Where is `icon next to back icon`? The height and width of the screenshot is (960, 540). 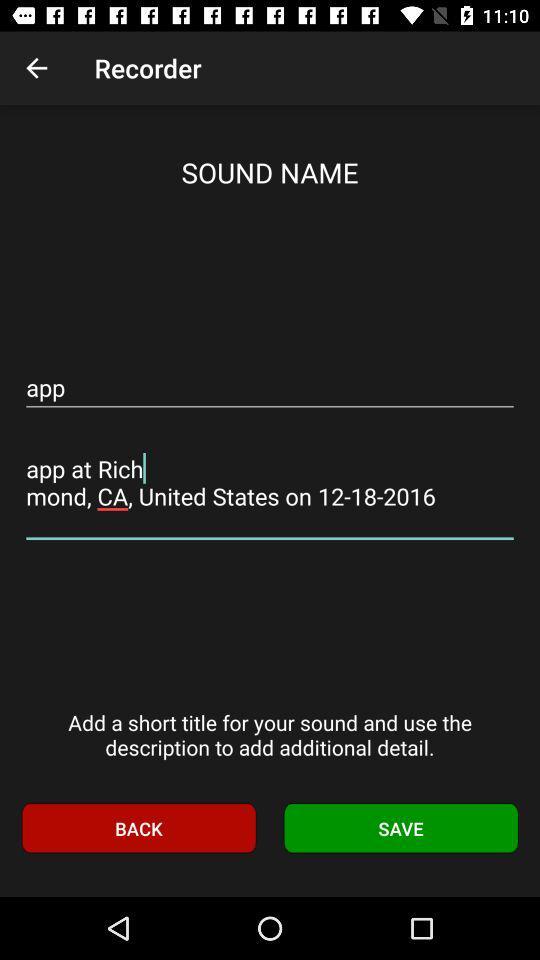 icon next to back icon is located at coordinates (401, 828).